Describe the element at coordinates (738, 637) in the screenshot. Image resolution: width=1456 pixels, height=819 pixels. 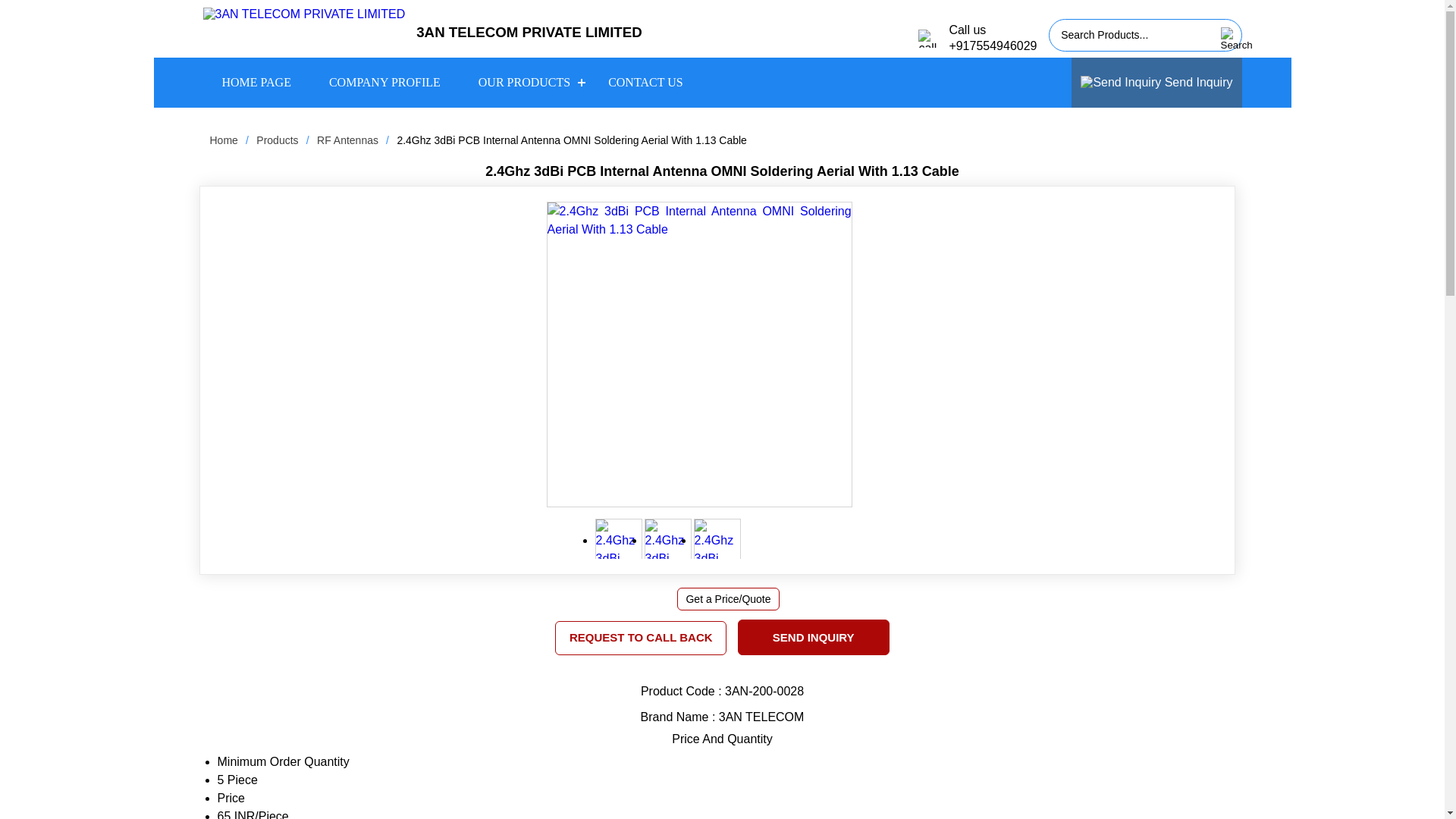
I see `'SEND INQUIRY'` at that location.